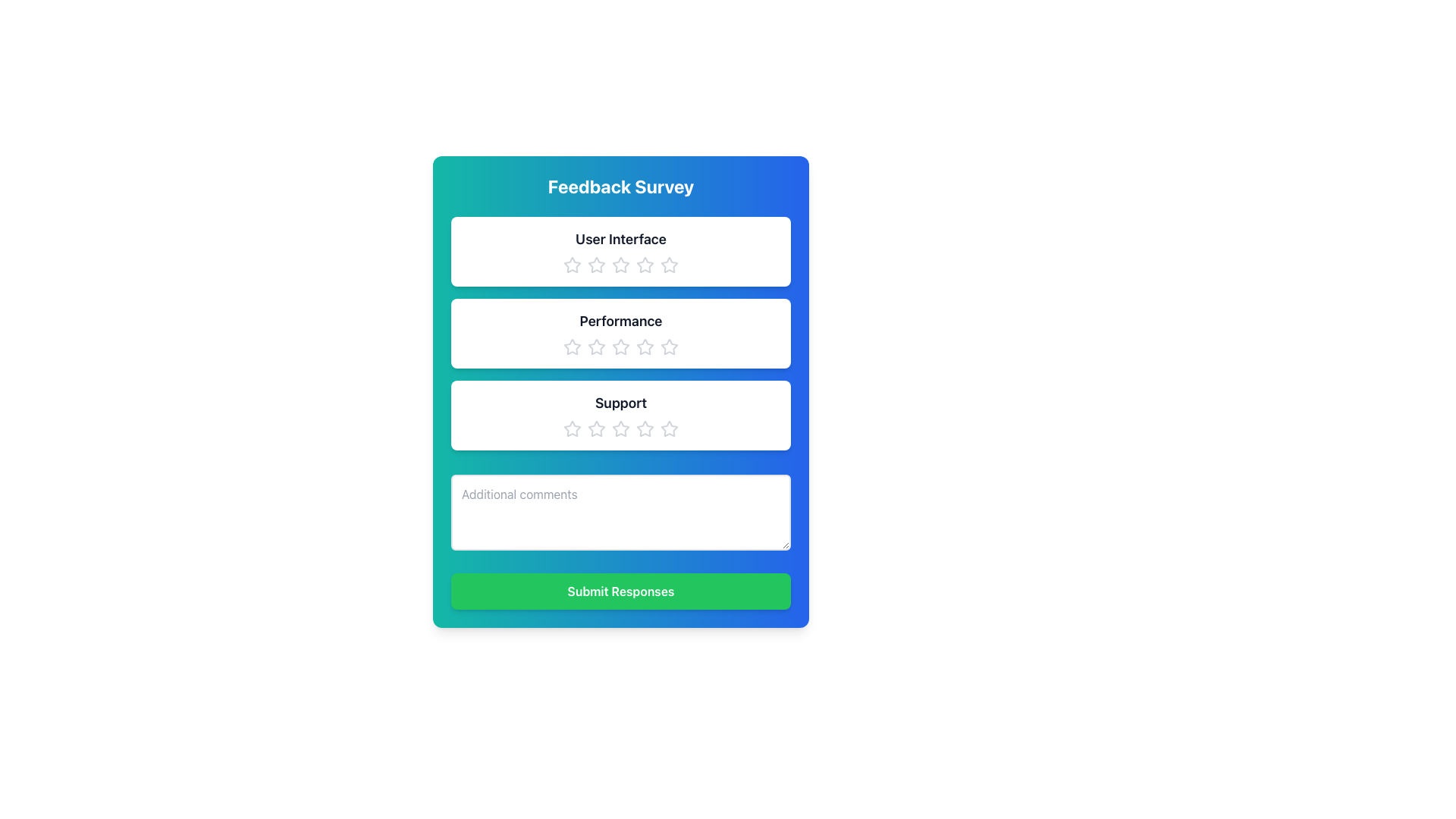 Image resolution: width=1456 pixels, height=819 pixels. Describe the element at coordinates (621, 332) in the screenshot. I see `the star icons in the 'Performance' rating section` at that location.